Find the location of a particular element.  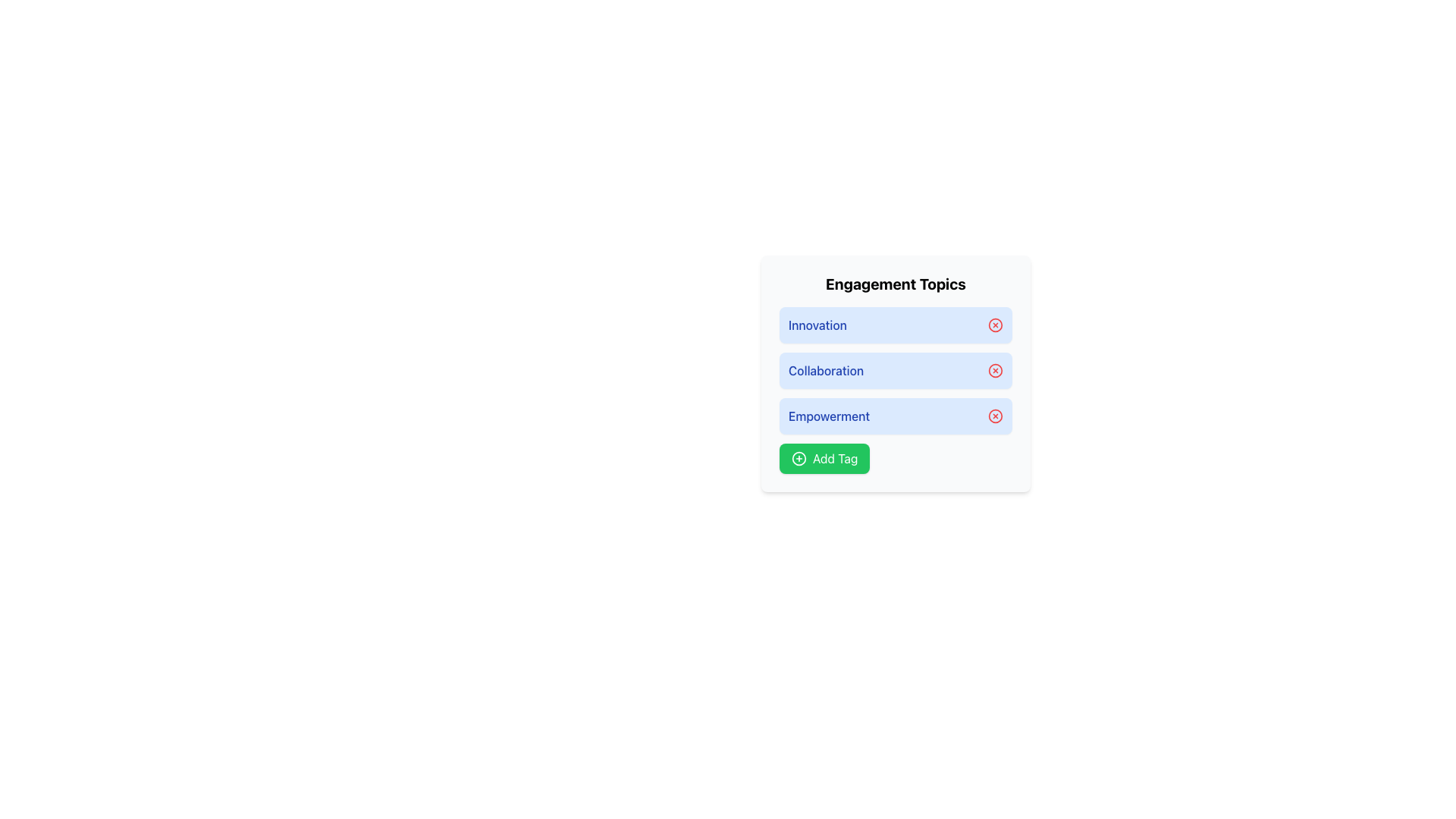

the decorative button-like icon located in the bottom-right corner of the 'Empowerment' row under the 'Engagement Topics' heading is located at coordinates (996, 416).